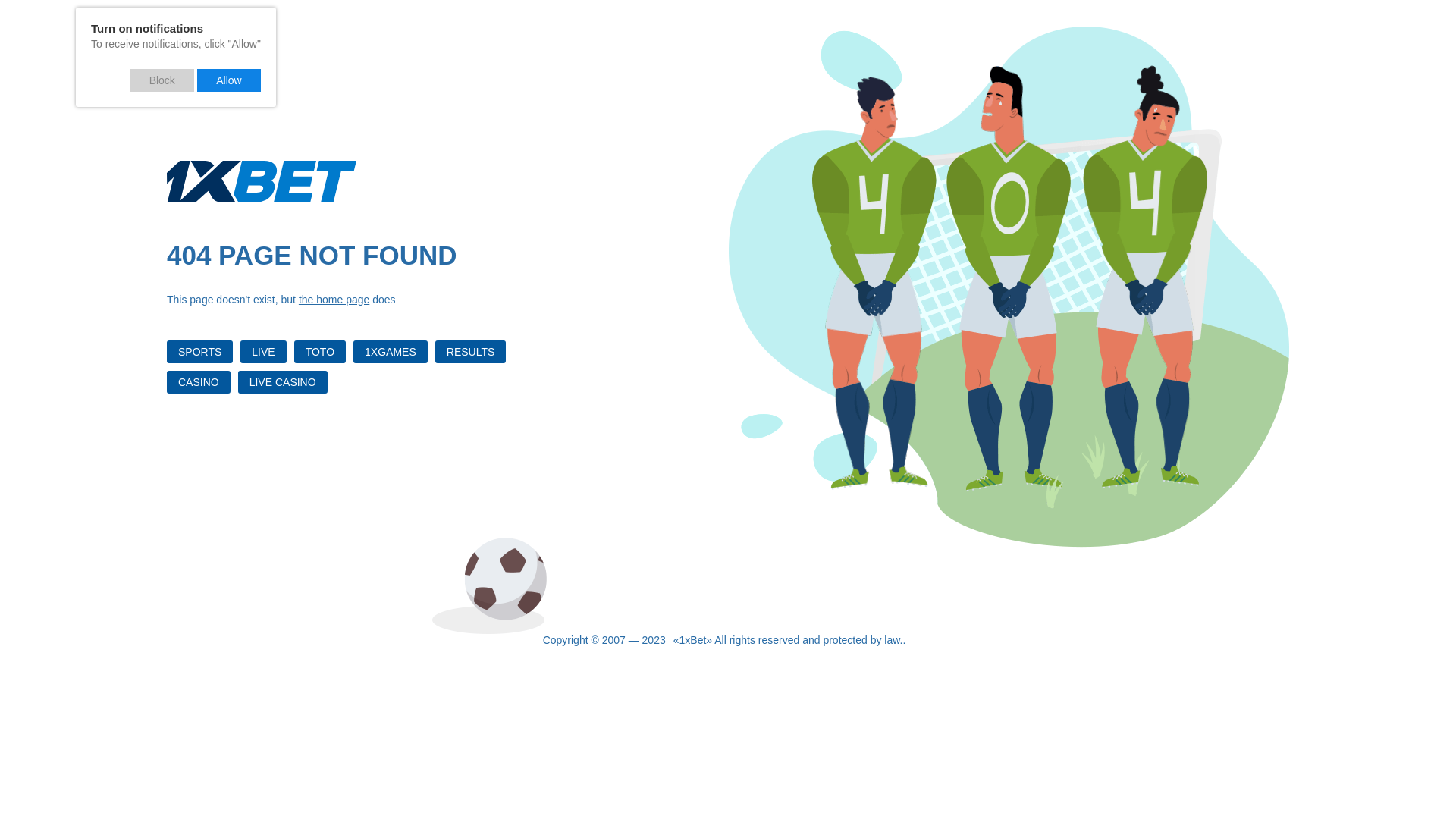 Image resolution: width=1456 pixels, height=819 pixels. Describe the element at coordinates (469, 351) in the screenshot. I see `'RESULTS'` at that location.